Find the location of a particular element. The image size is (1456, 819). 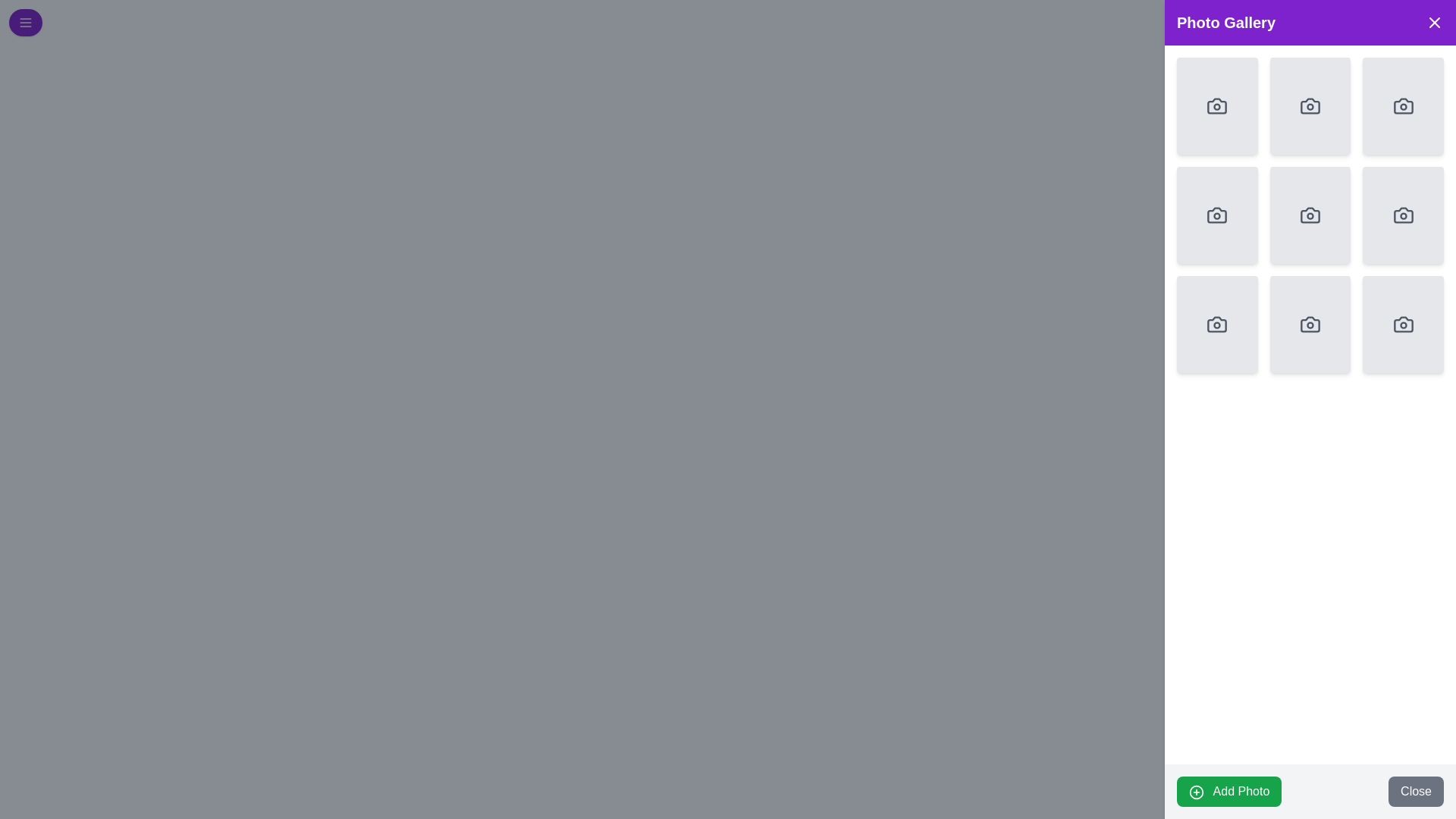

the purple circular button with three horizontal white lines is located at coordinates (25, 23).